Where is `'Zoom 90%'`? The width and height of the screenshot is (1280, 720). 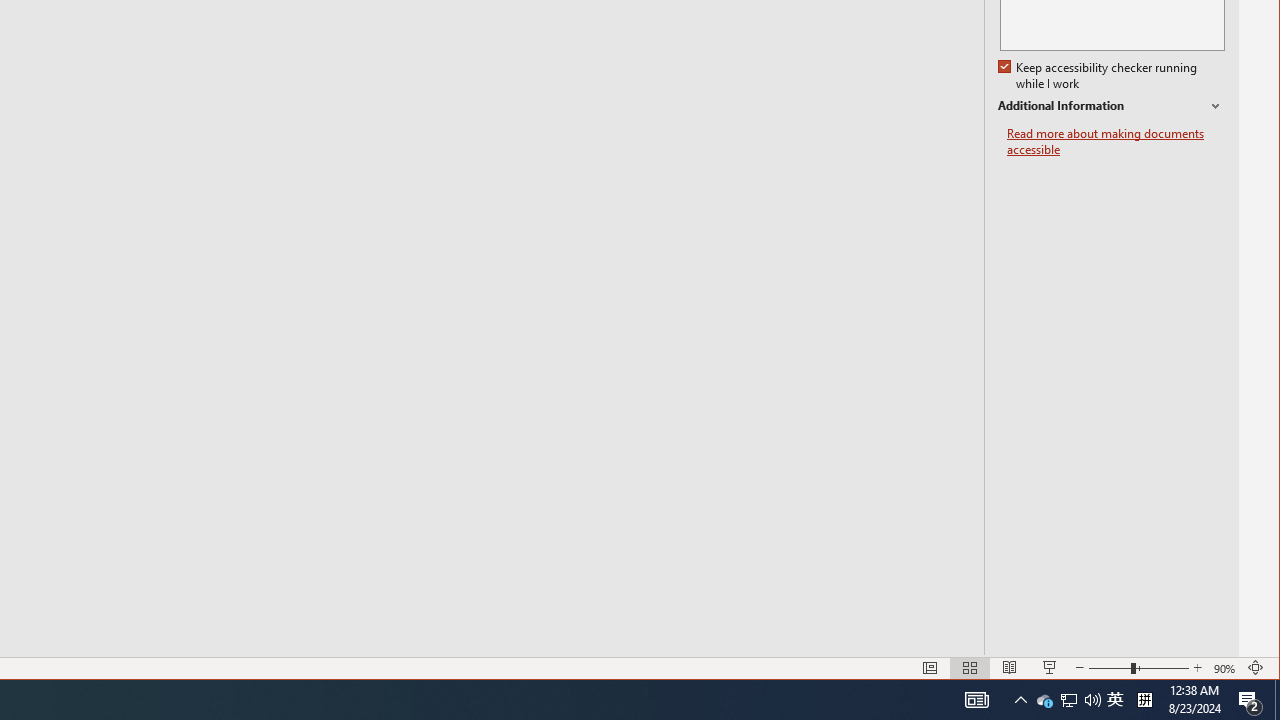
'Zoom 90%' is located at coordinates (1224, 668).